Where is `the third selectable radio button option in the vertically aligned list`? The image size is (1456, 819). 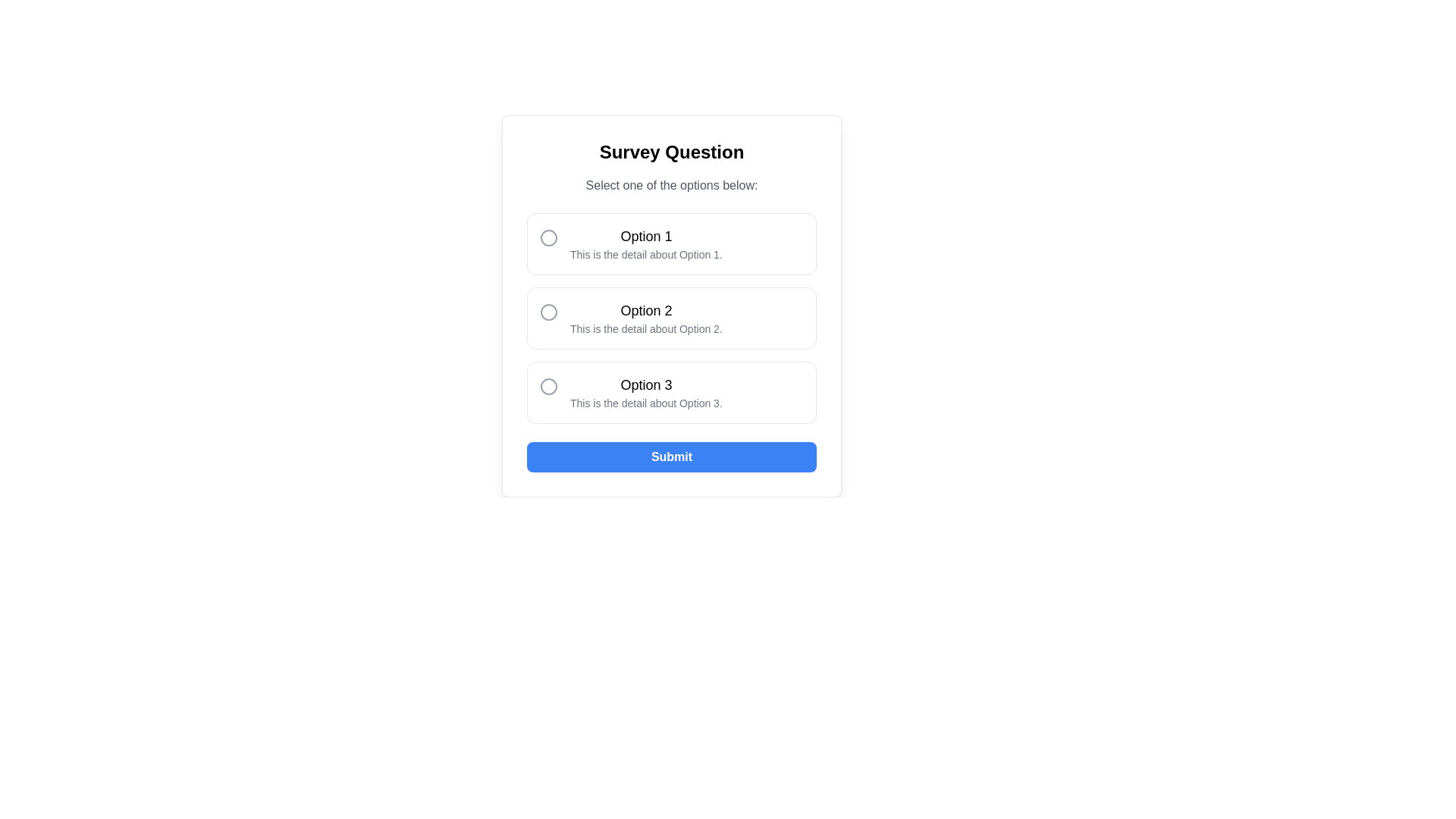 the third selectable radio button option in the vertically aligned list is located at coordinates (671, 391).